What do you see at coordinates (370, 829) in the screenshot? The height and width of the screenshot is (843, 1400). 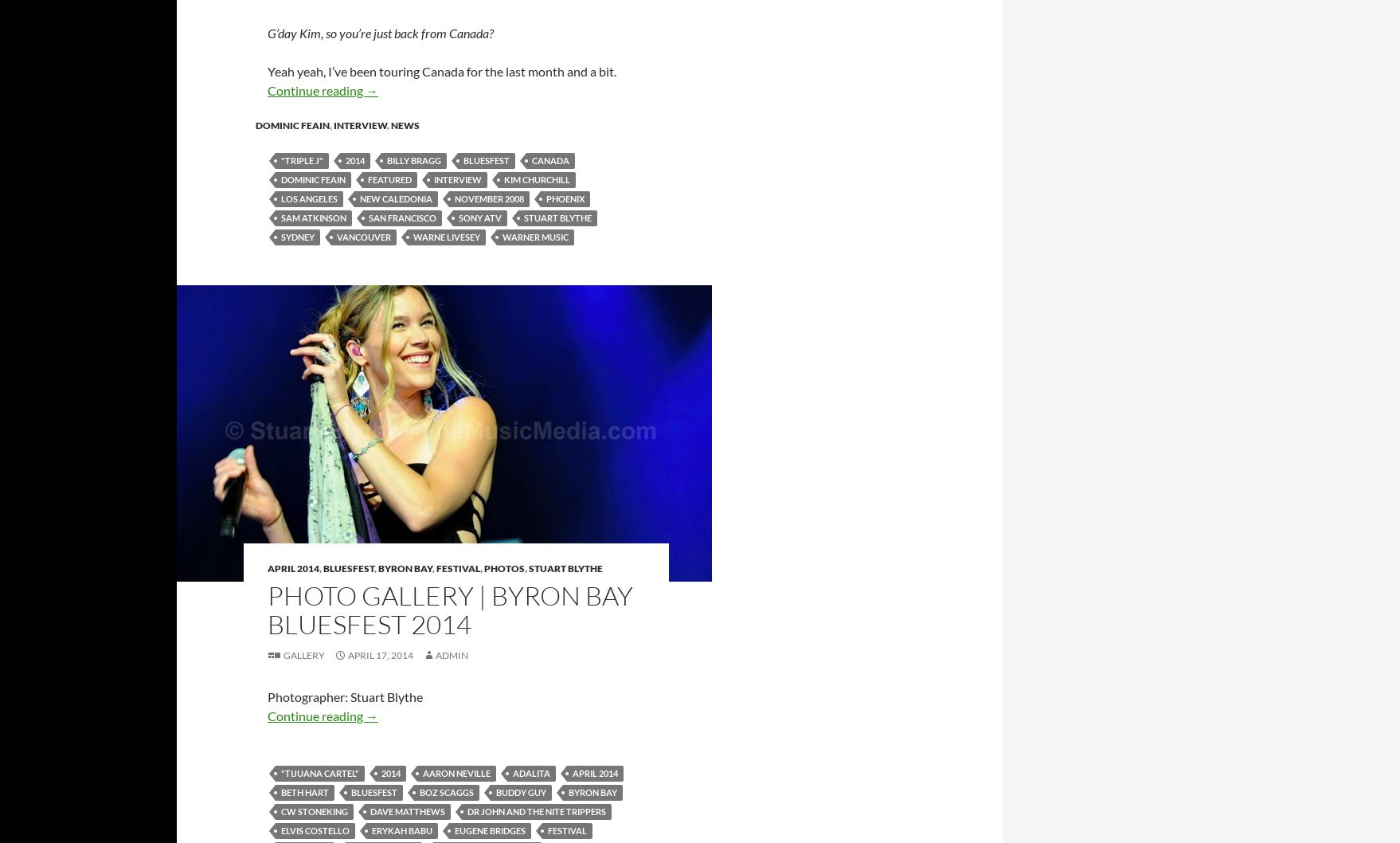 I see `'Erykah Babu'` at bounding box center [370, 829].